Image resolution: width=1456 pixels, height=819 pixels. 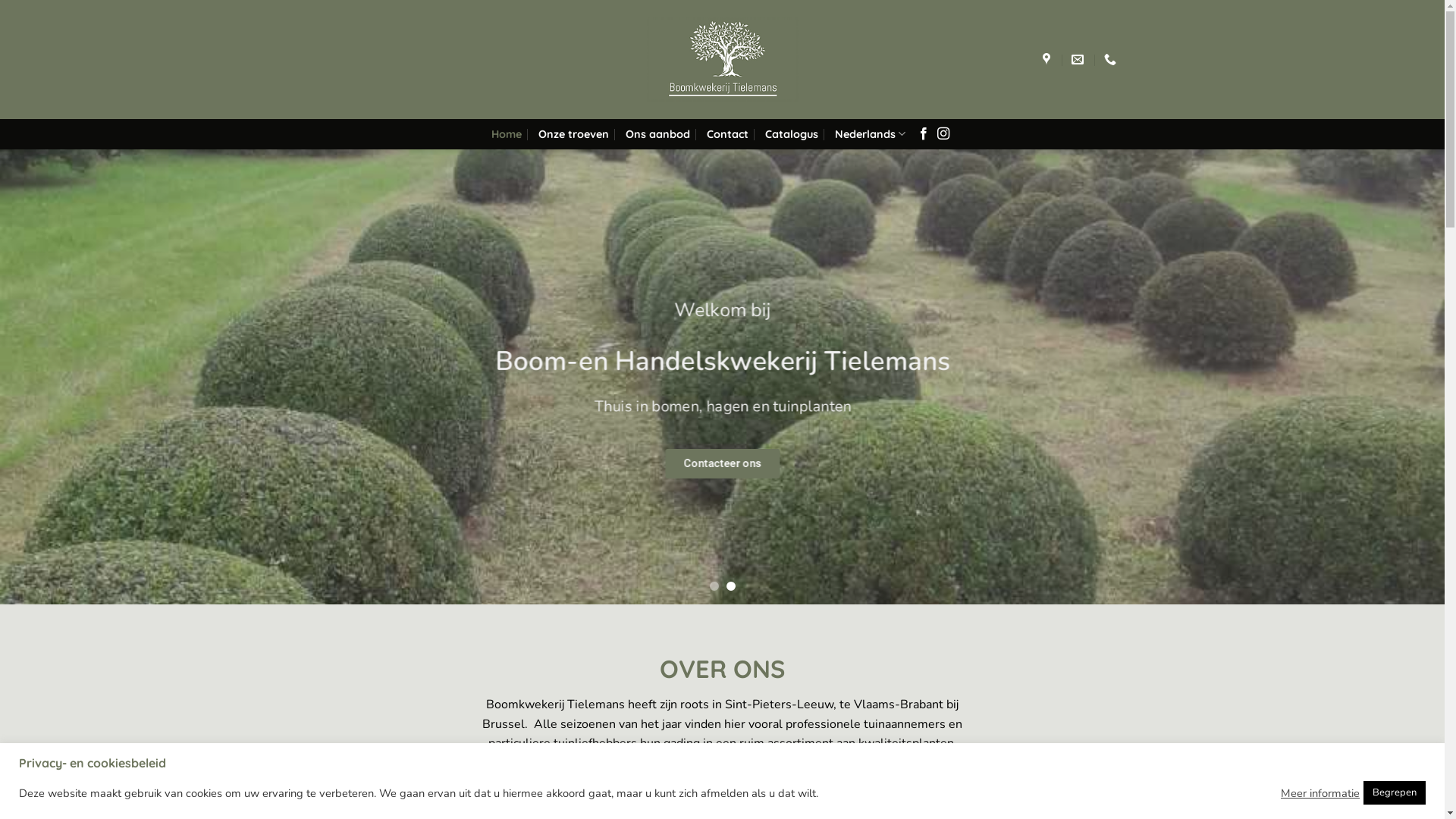 I want to click on 'Contacteer ons', so click(x=721, y=463).